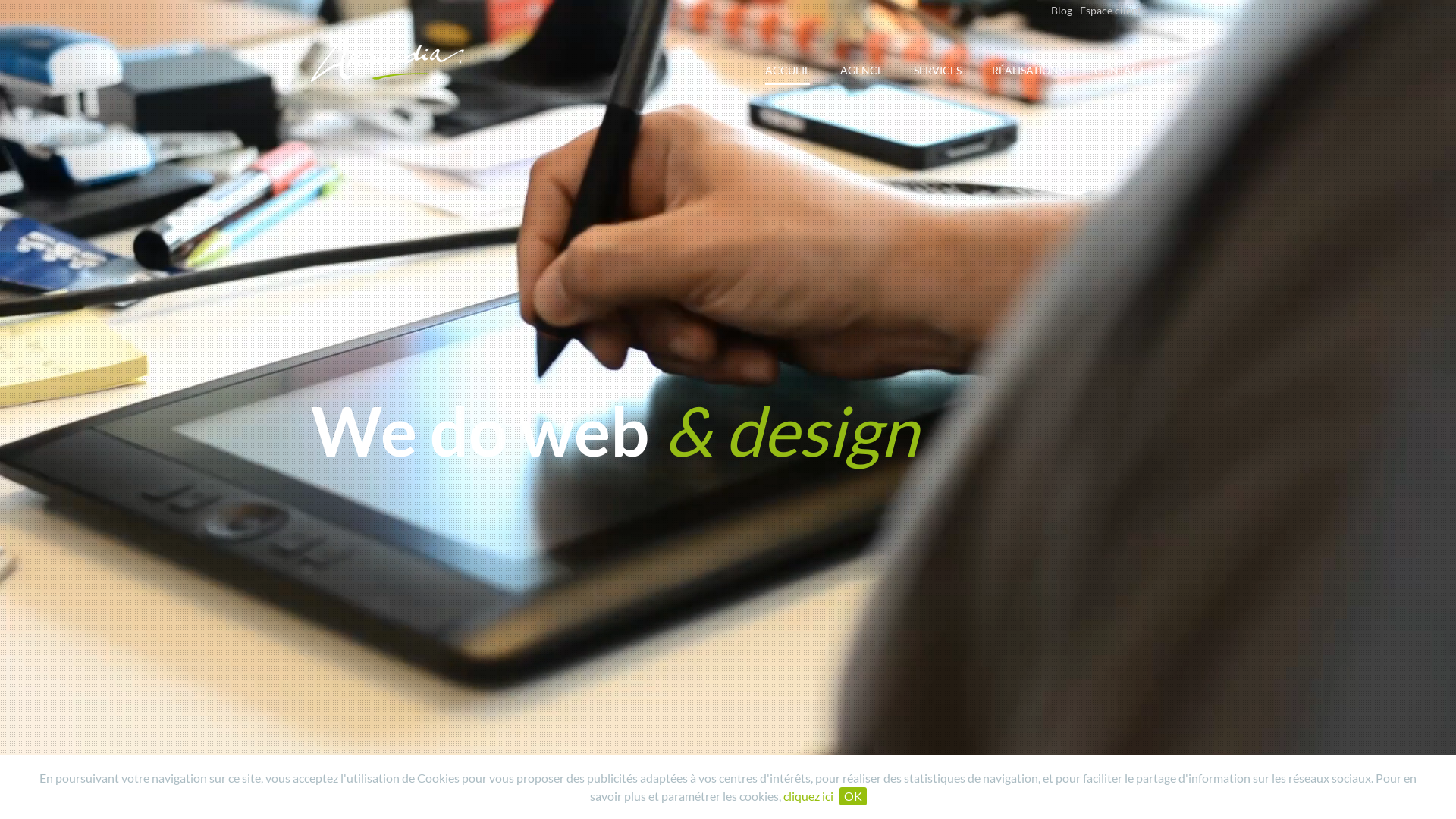  I want to click on 'ACCUEIL', so click(787, 74).